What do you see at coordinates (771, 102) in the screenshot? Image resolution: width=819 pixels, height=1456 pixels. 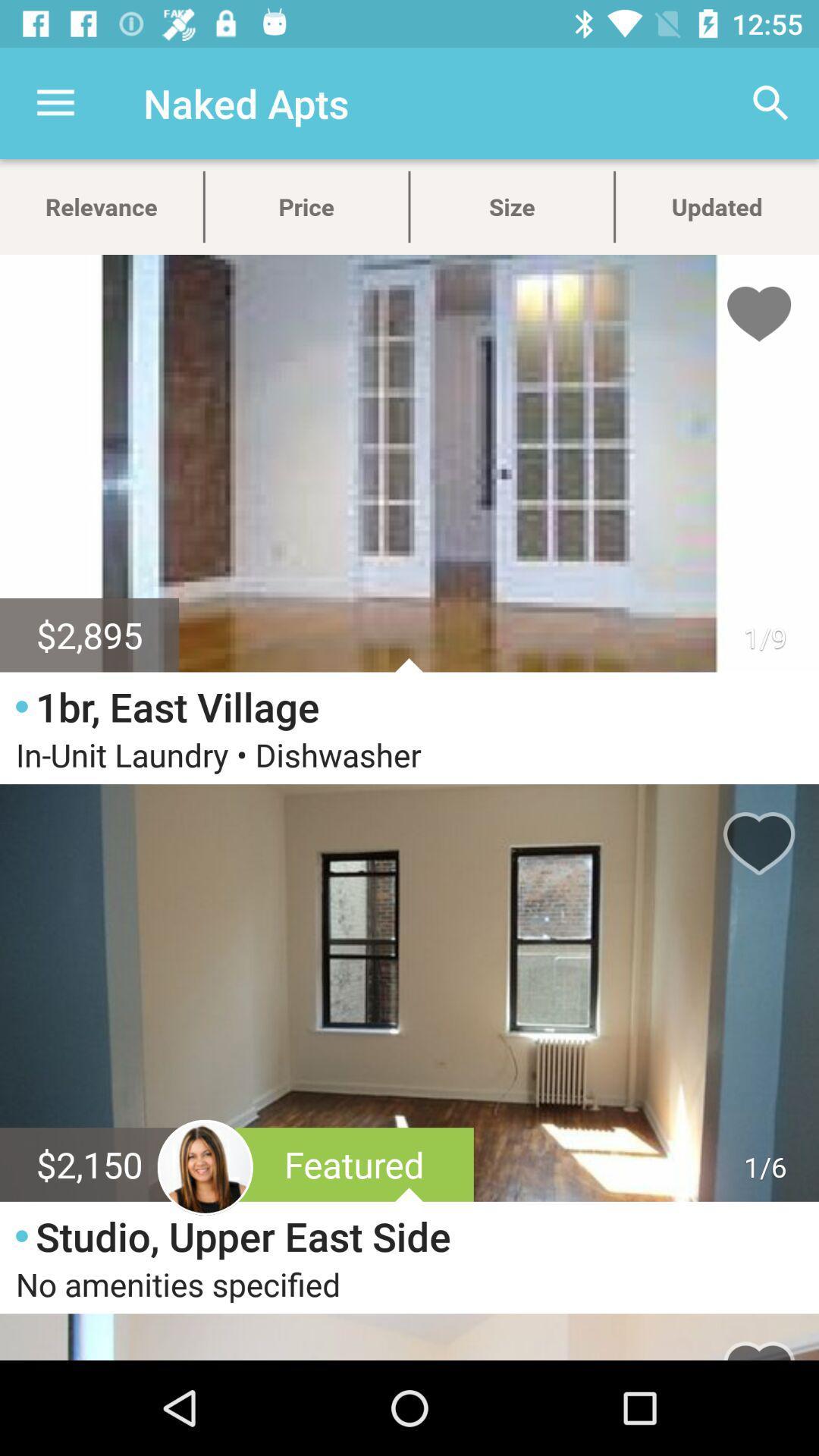 I see `the item above updated icon` at bounding box center [771, 102].